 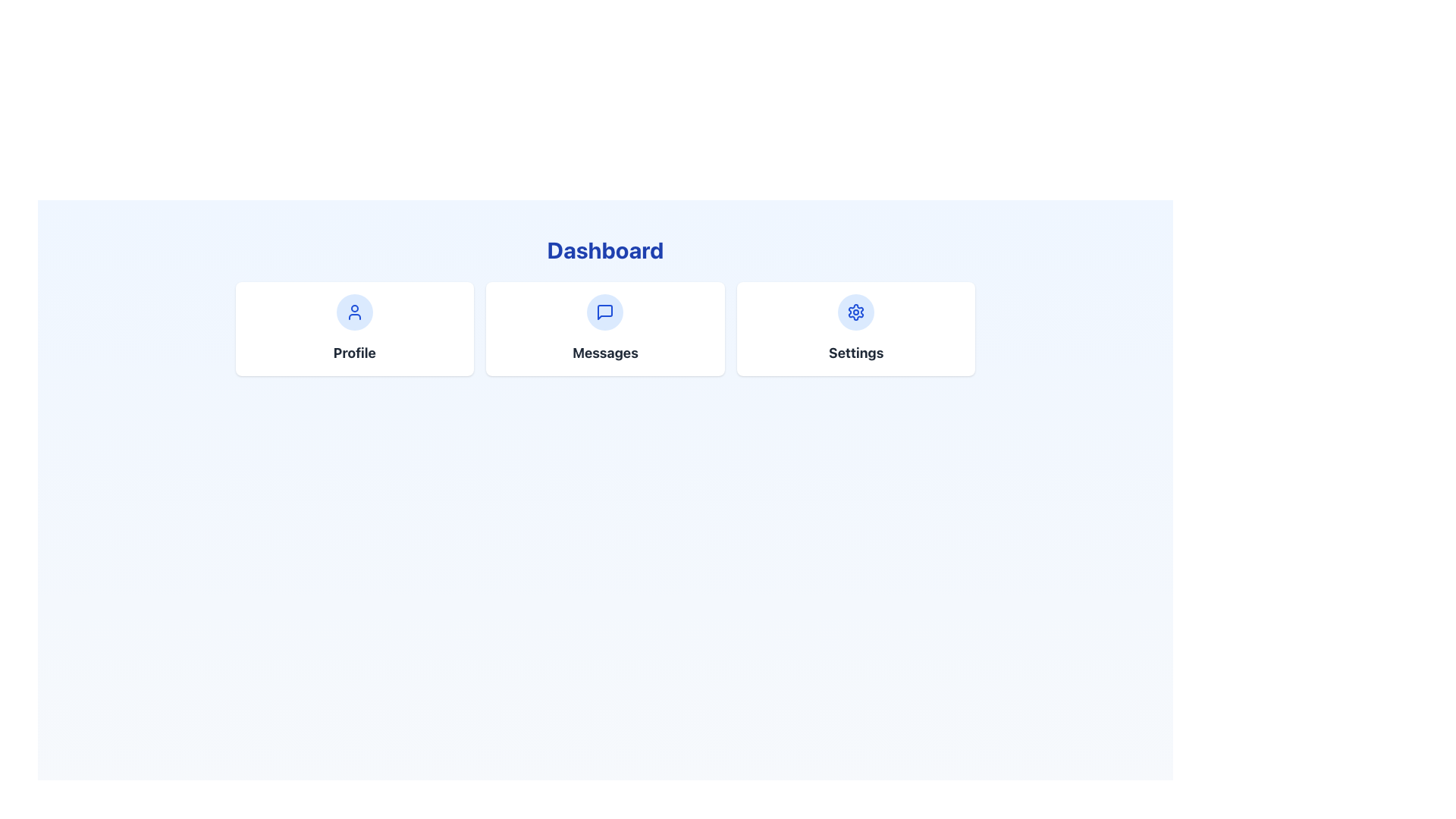 What do you see at coordinates (604, 353) in the screenshot?
I see `the 'Messages' text element, which is prominently displayed in bold, large dark gray font below the 'Dashboard' heading and above a message bubble icon` at bounding box center [604, 353].